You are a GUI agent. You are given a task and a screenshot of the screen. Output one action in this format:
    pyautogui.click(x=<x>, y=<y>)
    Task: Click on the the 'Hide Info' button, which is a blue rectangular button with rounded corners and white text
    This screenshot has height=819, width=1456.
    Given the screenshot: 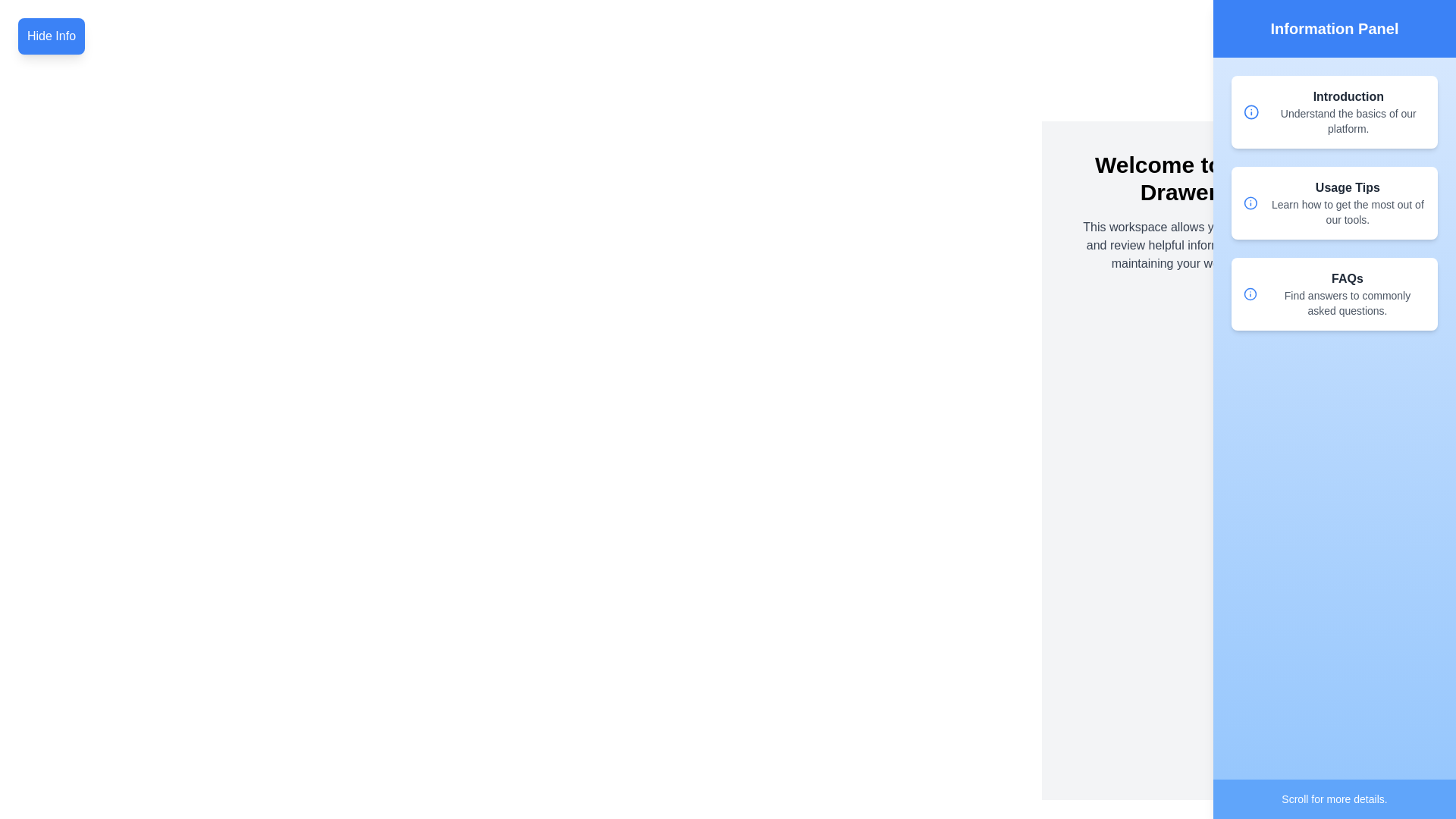 What is the action you would take?
    pyautogui.click(x=51, y=35)
    